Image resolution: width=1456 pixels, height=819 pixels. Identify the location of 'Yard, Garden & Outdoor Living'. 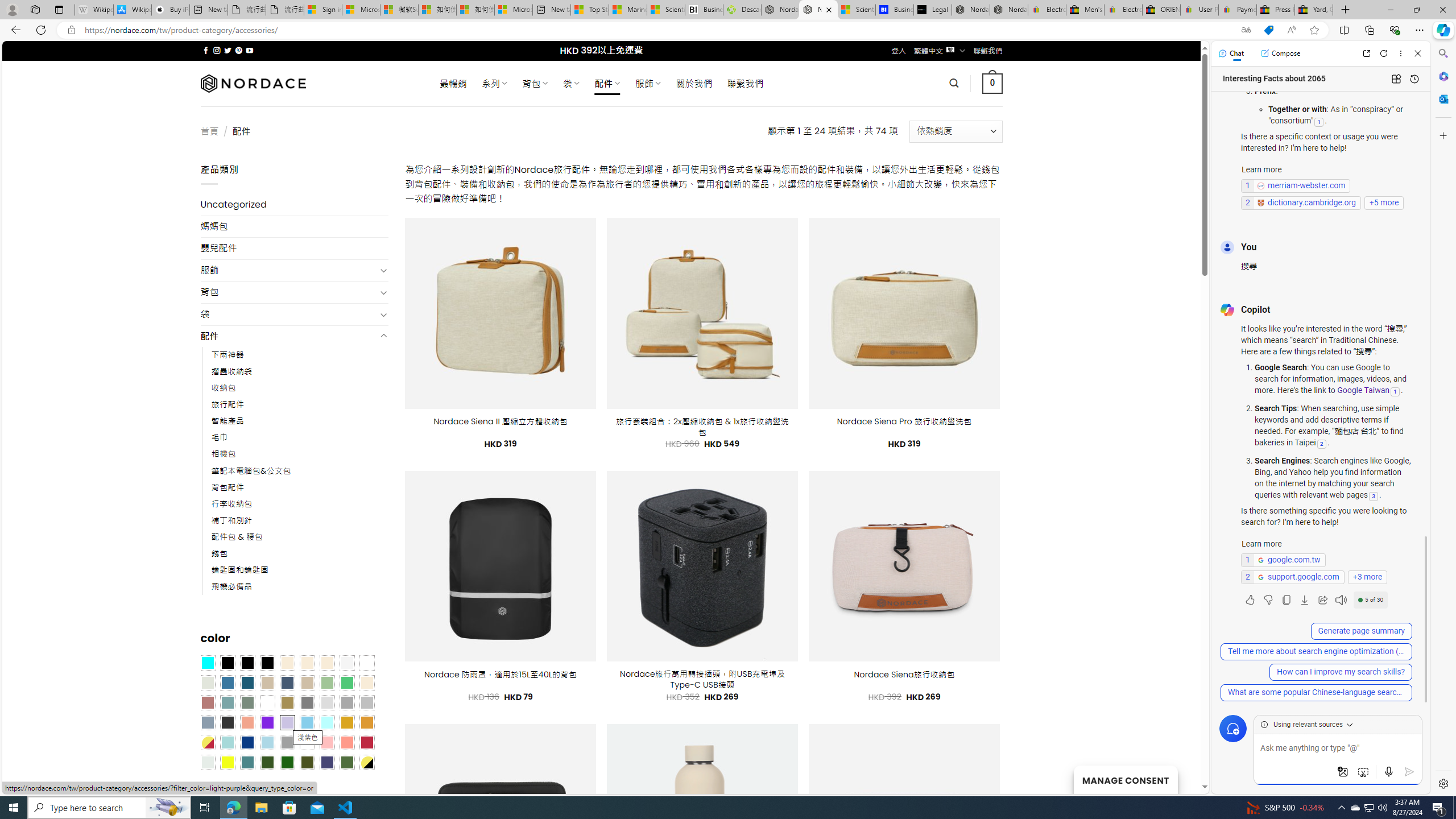
(1314, 9).